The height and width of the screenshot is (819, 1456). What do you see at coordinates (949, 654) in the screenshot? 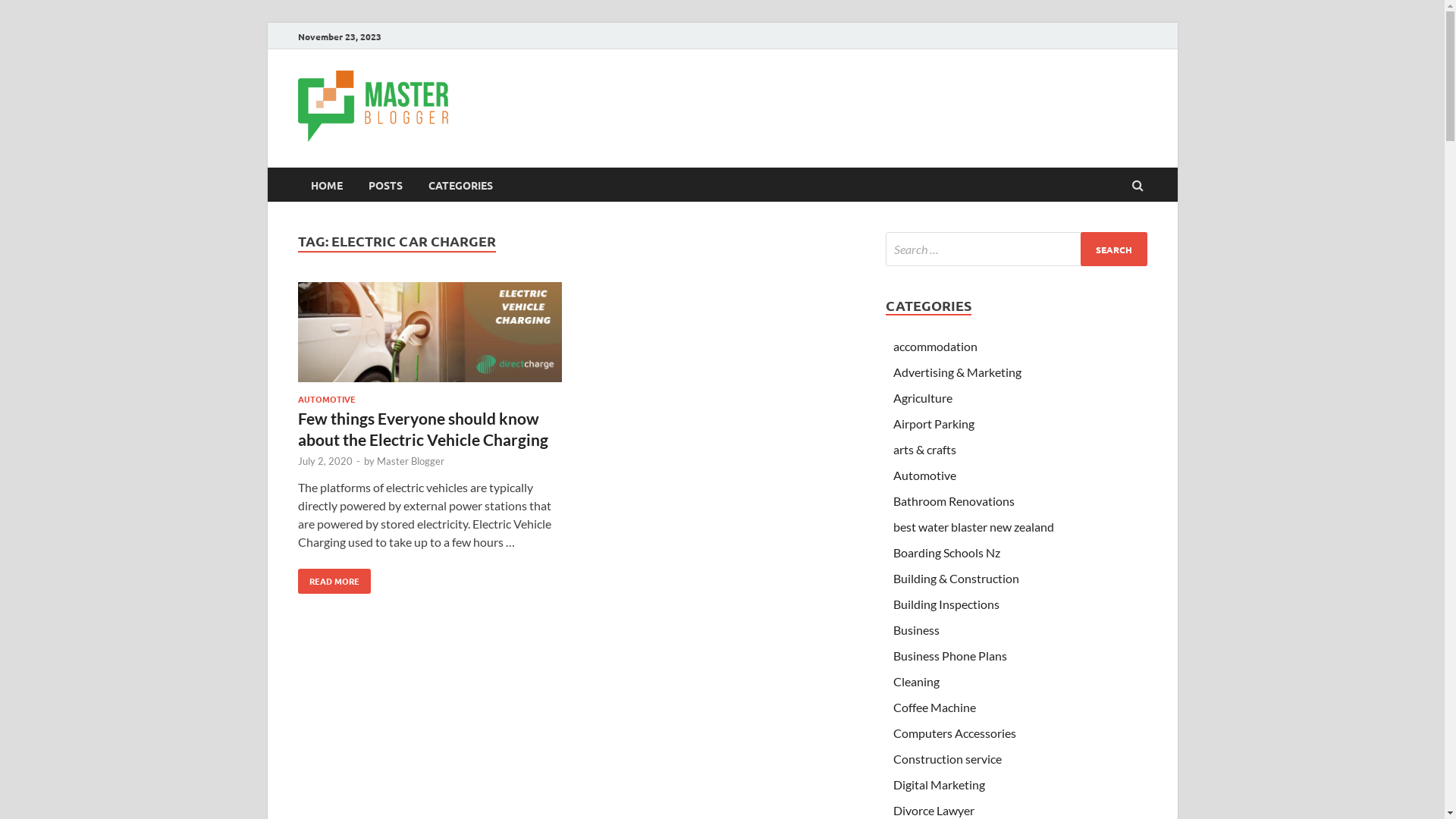
I see `'Business Phone Plans'` at bounding box center [949, 654].